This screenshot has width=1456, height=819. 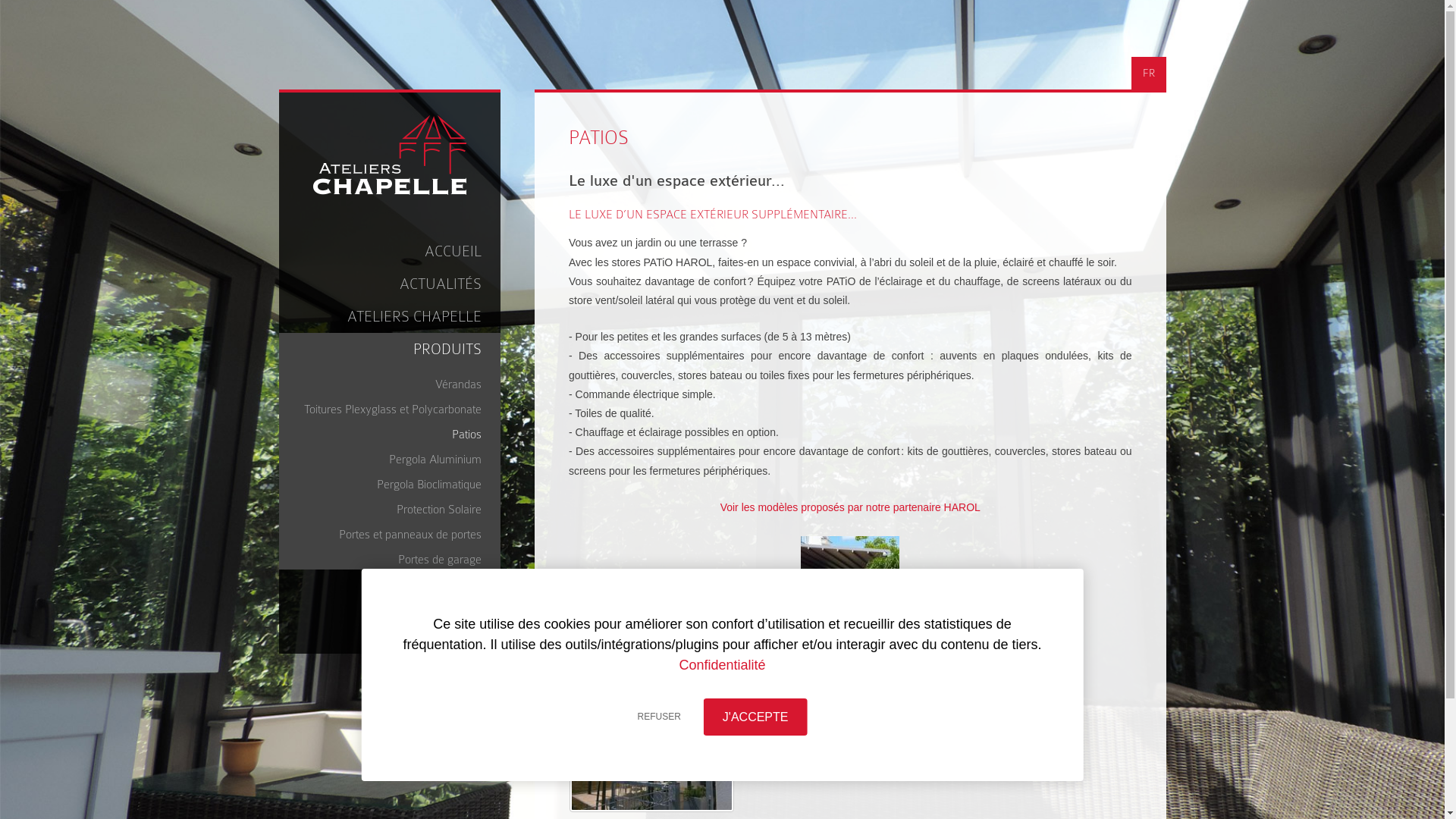 I want to click on 'FR', so click(x=1147, y=73).